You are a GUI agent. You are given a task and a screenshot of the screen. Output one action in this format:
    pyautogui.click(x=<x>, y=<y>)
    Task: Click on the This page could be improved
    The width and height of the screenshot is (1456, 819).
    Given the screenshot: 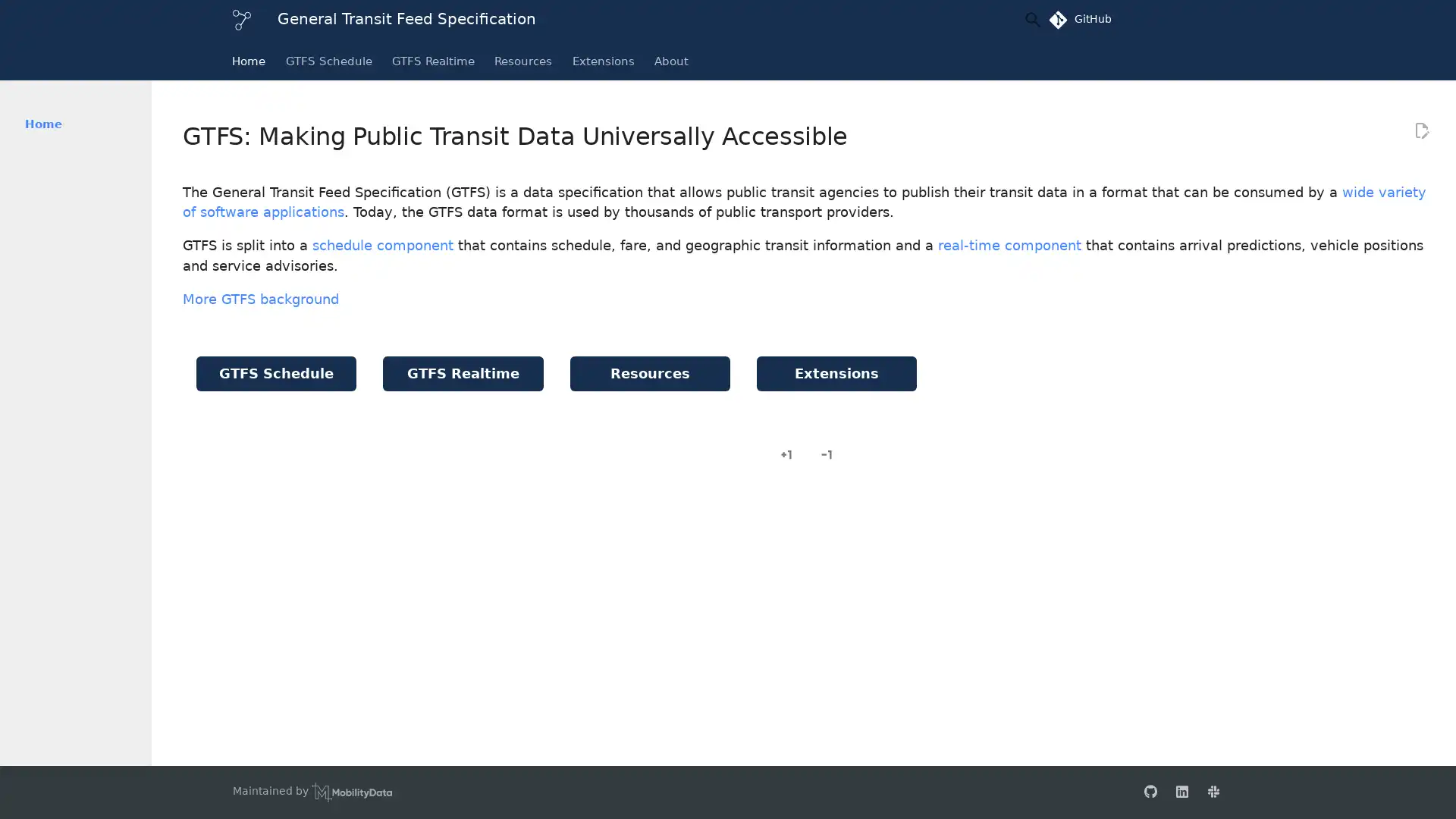 What is the action you would take?
    pyautogui.click(x=825, y=453)
    